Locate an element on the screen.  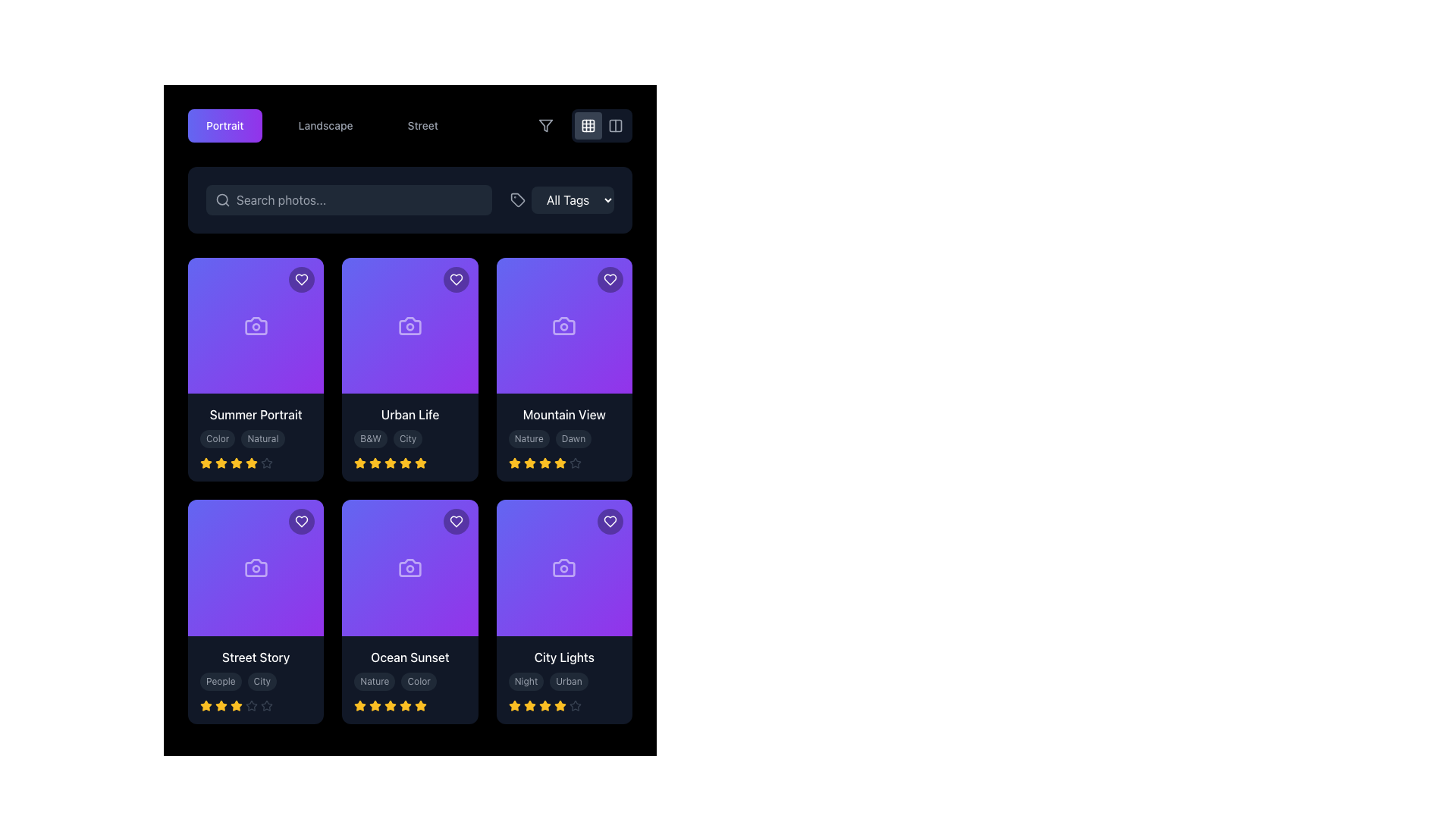
the state of the amber star-shaped rating icon positioned in the second star slot of the five-star rating component below the 'Mountain View' card is located at coordinates (529, 463).